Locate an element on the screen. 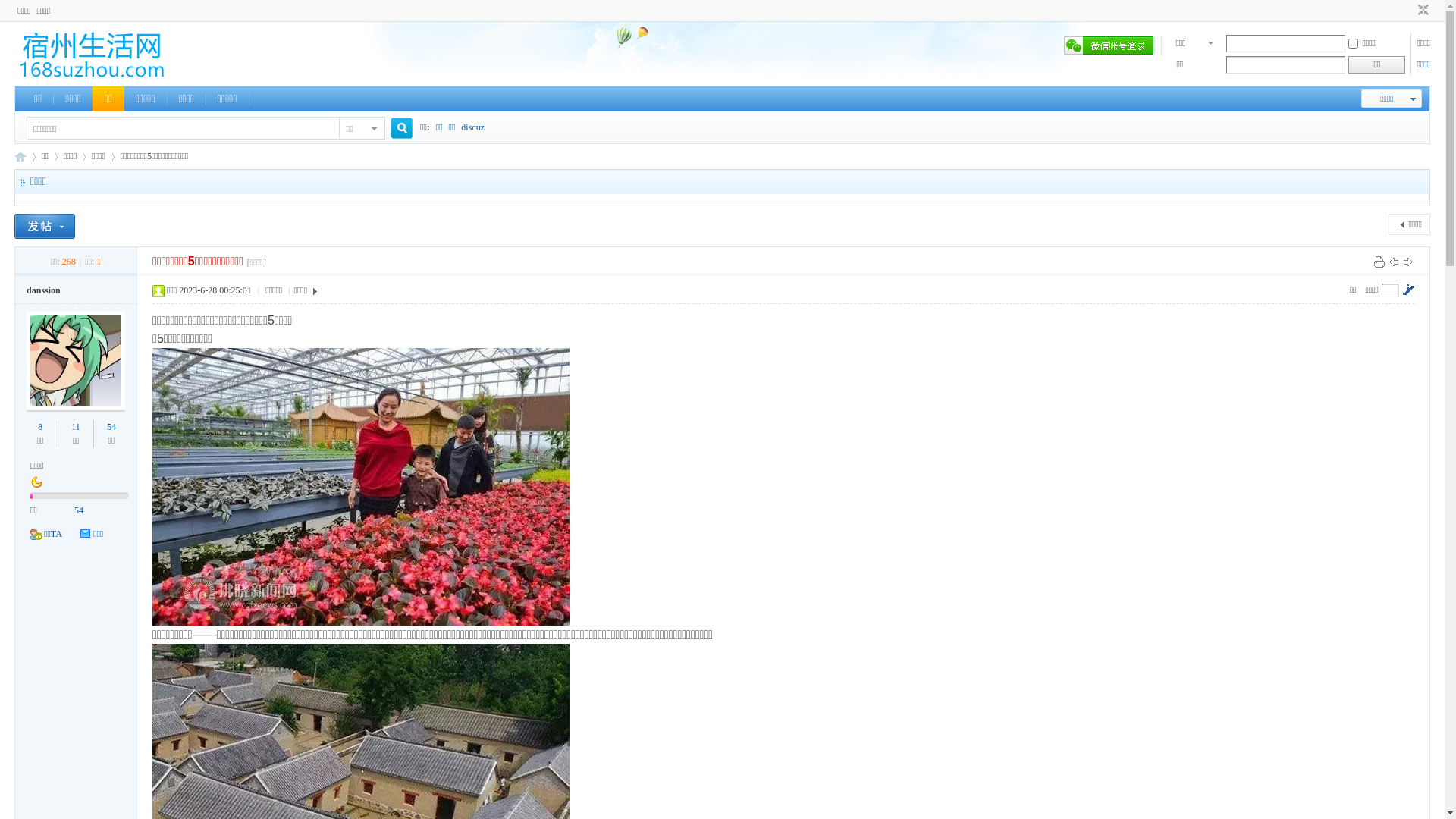  'true' is located at coordinates (396, 127).